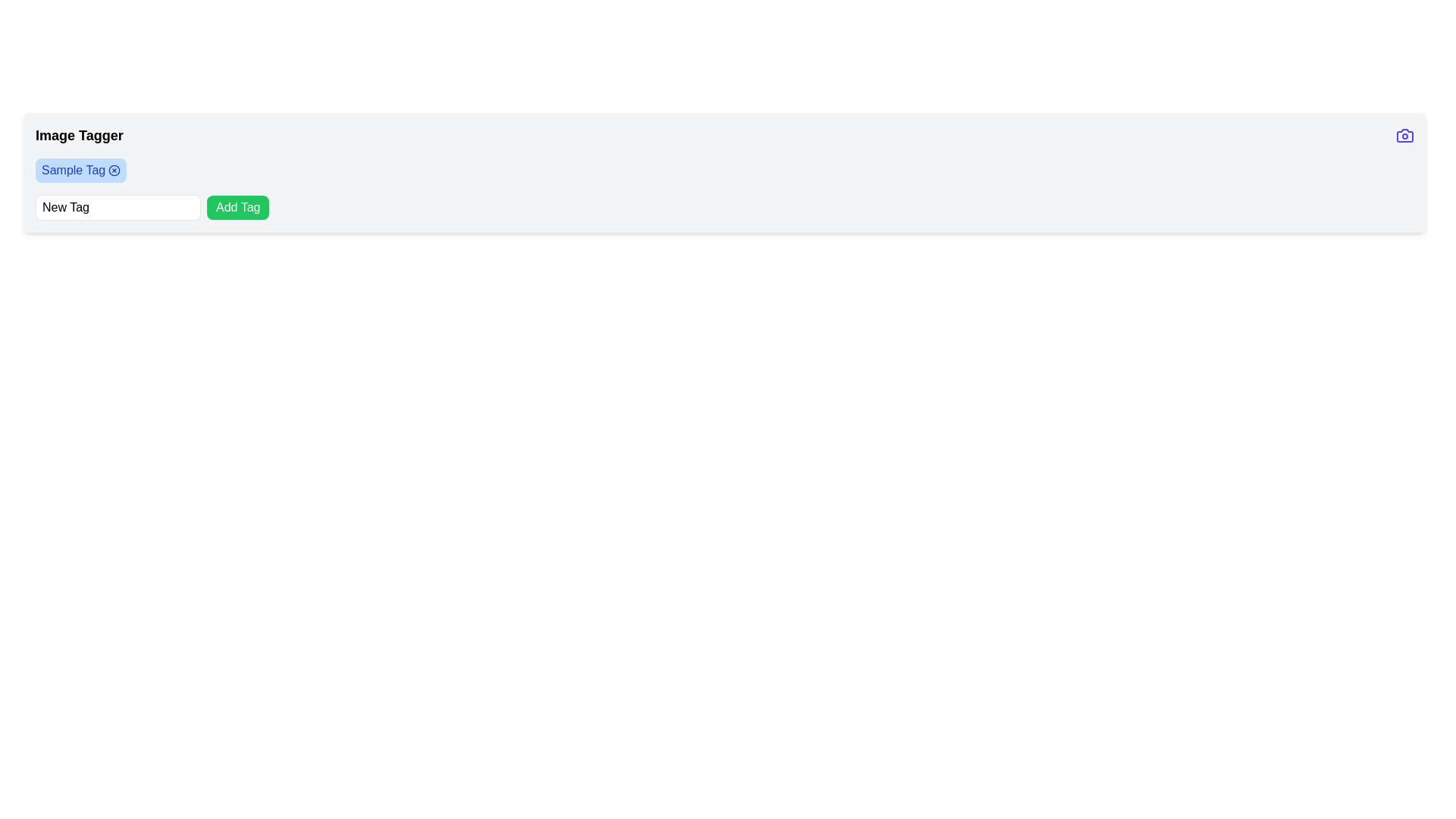 The height and width of the screenshot is (819, 1456). I want to click on the bolded text element displaying 'Image Tagger', so click(78, 134).